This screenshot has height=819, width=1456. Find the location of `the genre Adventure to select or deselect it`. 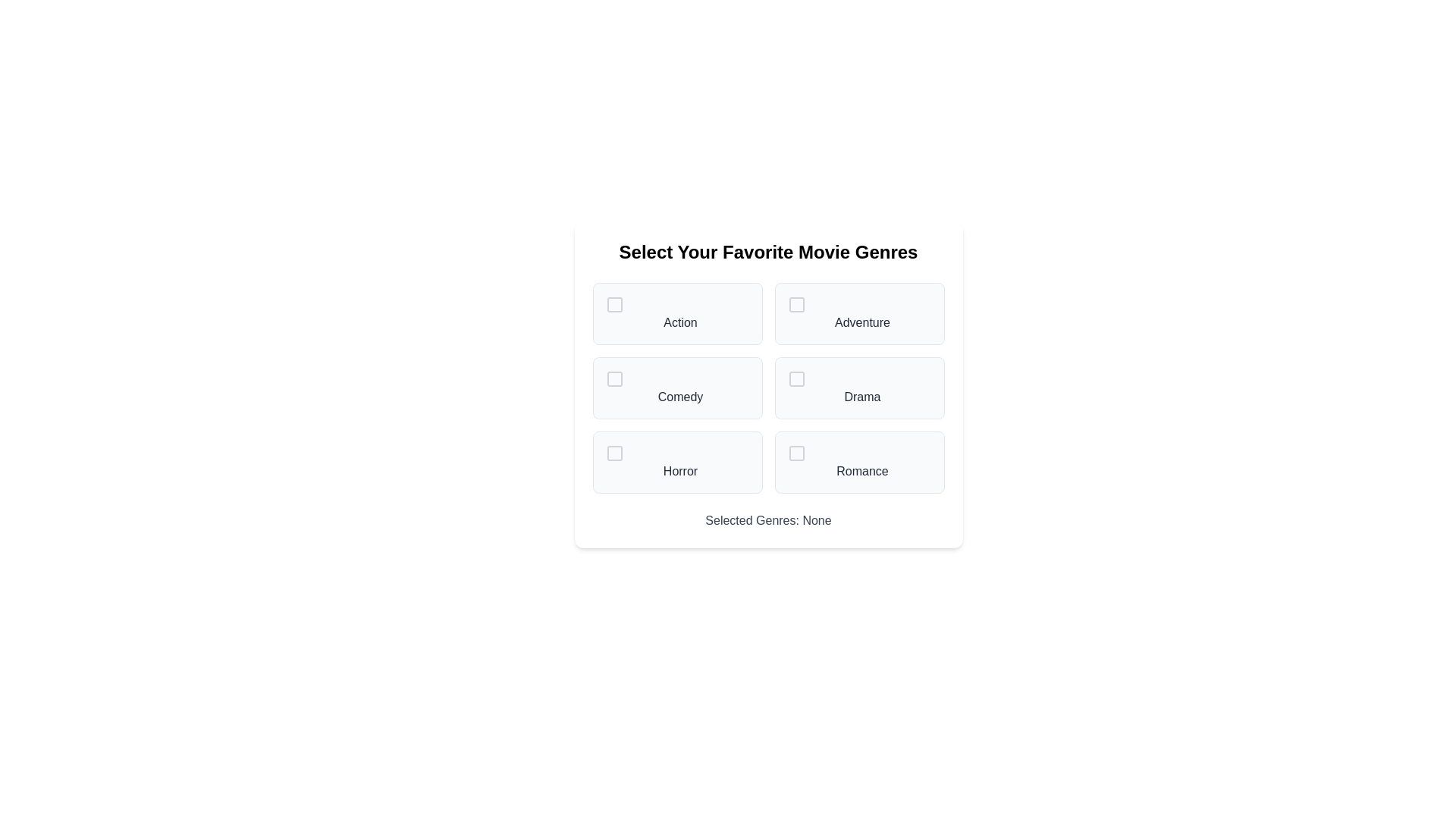

the genre Adventure to select or deselect it is located at coordinates (859, 312).